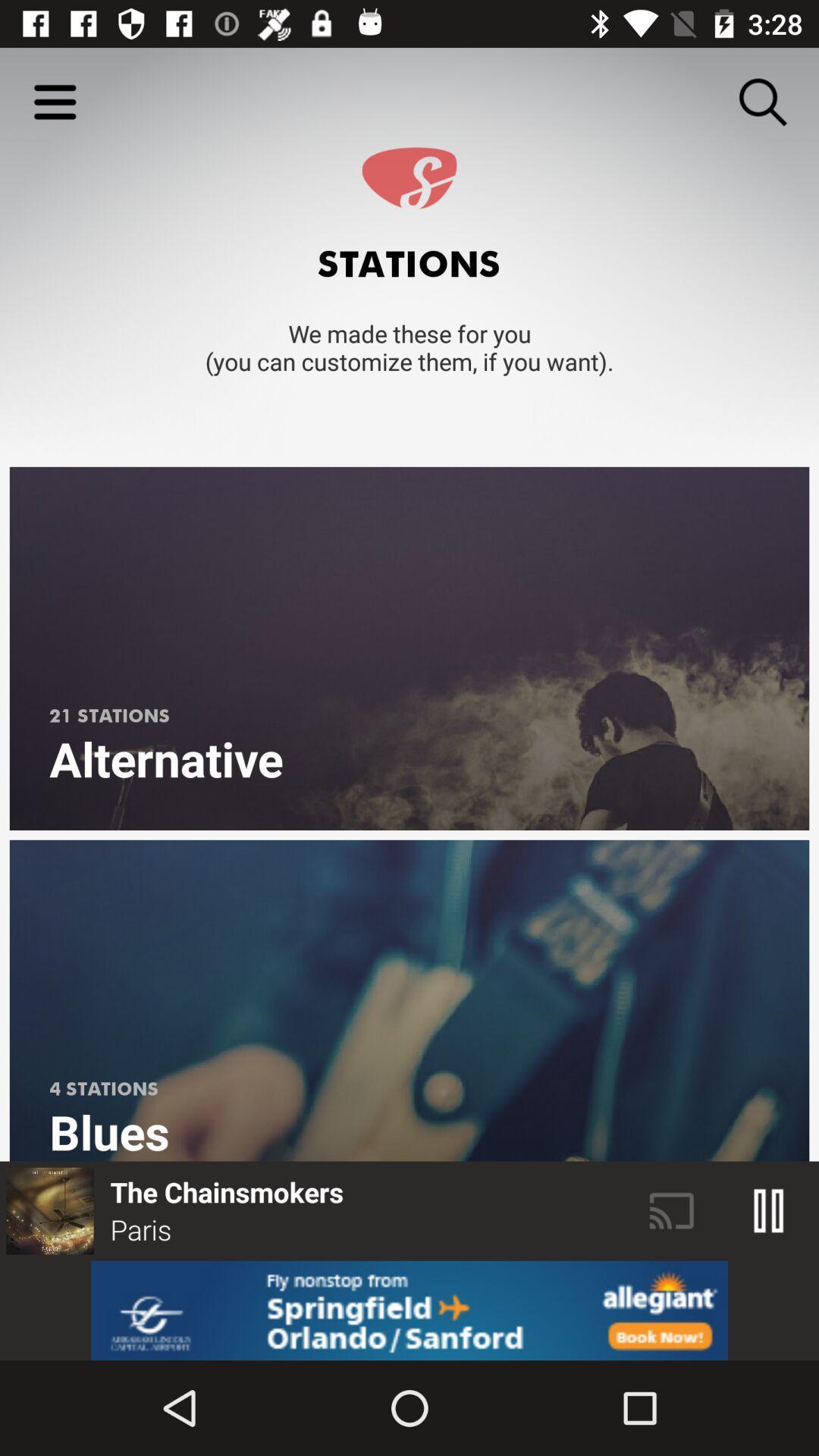  What do you see at coordinates (409, 1001) in the screenshot?
I see `the second tab from the top` at bounding box center [409, 1001].